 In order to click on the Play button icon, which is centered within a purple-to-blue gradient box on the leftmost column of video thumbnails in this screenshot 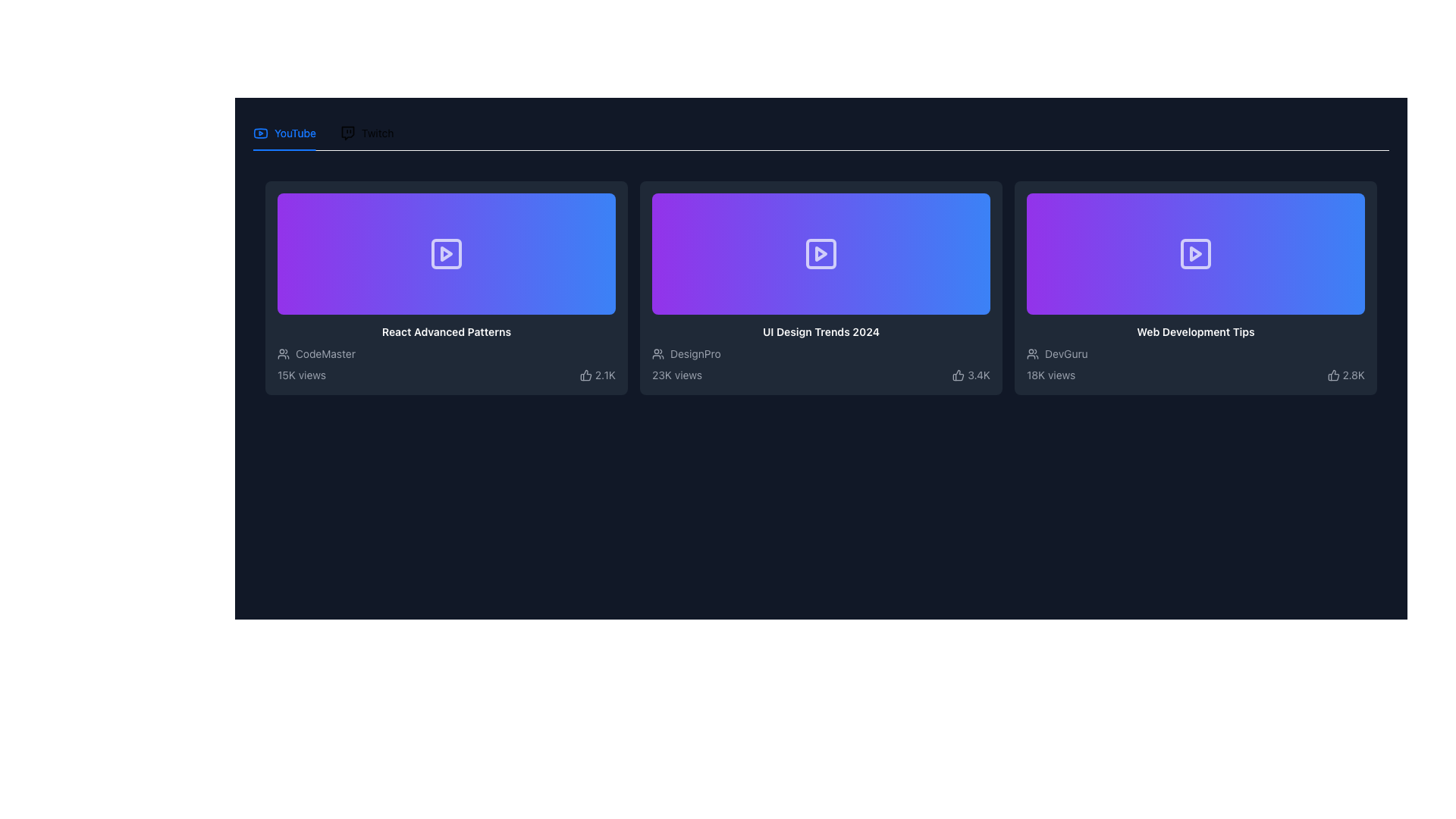, I will do `click(446, 253)`.